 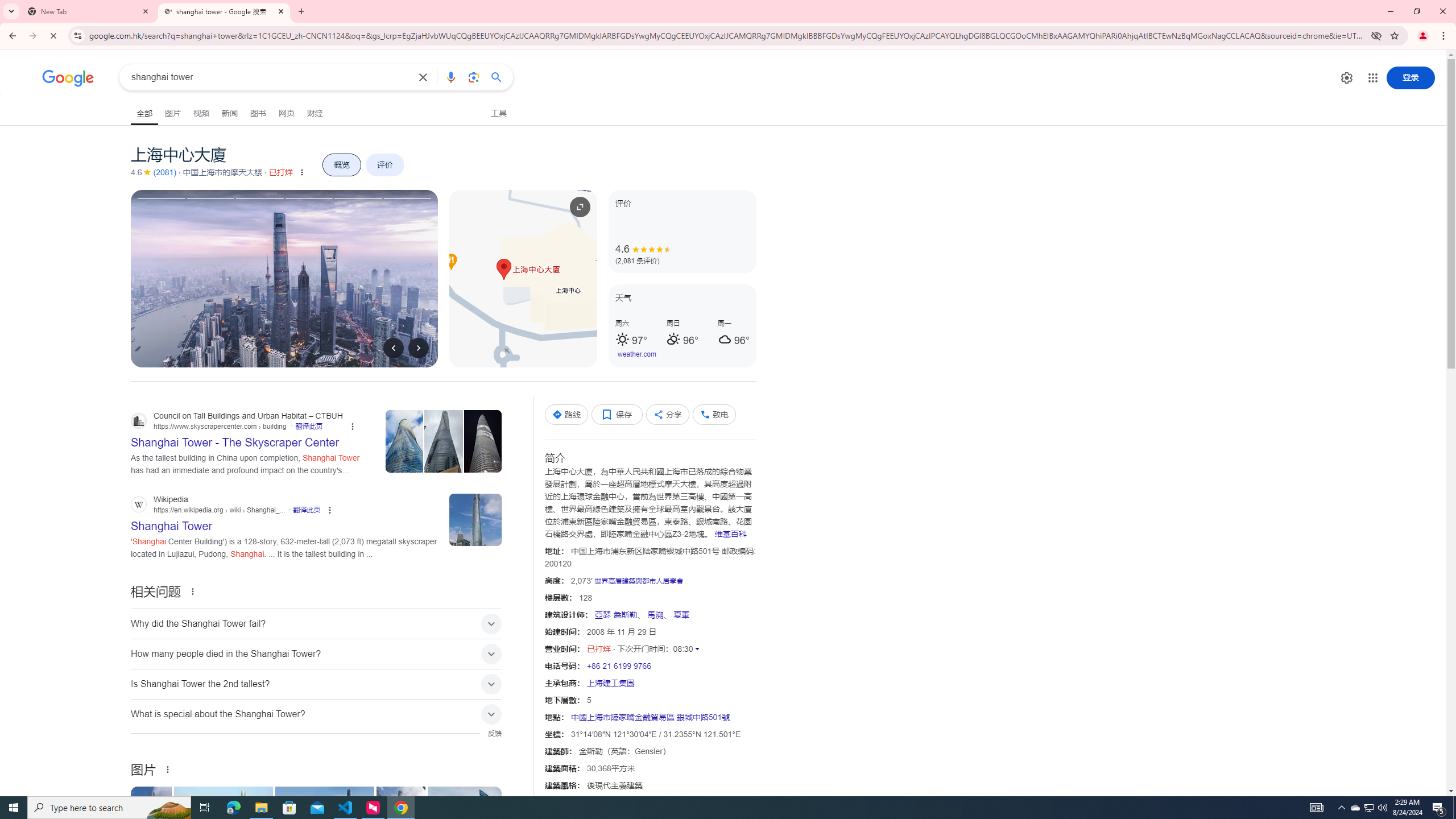 What do you see at coordinates (637, 354) in the screenshot?
I see `'weather.com'` at bounding box center [637, 354].